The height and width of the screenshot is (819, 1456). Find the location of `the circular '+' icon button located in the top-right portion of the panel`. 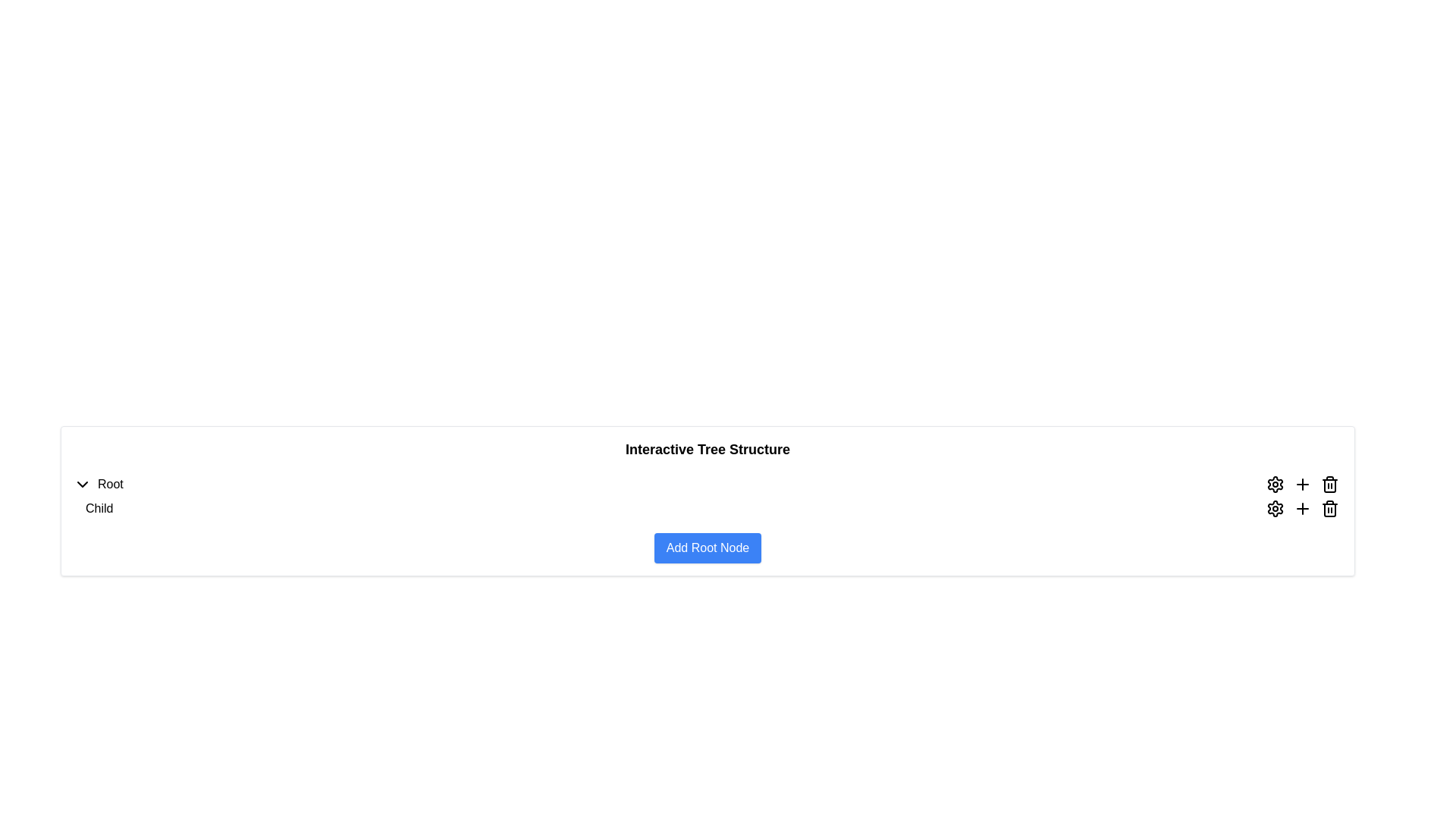

the circular '+' icon button located in the top-right portion of the panel is located at coordinates (1302, 509).